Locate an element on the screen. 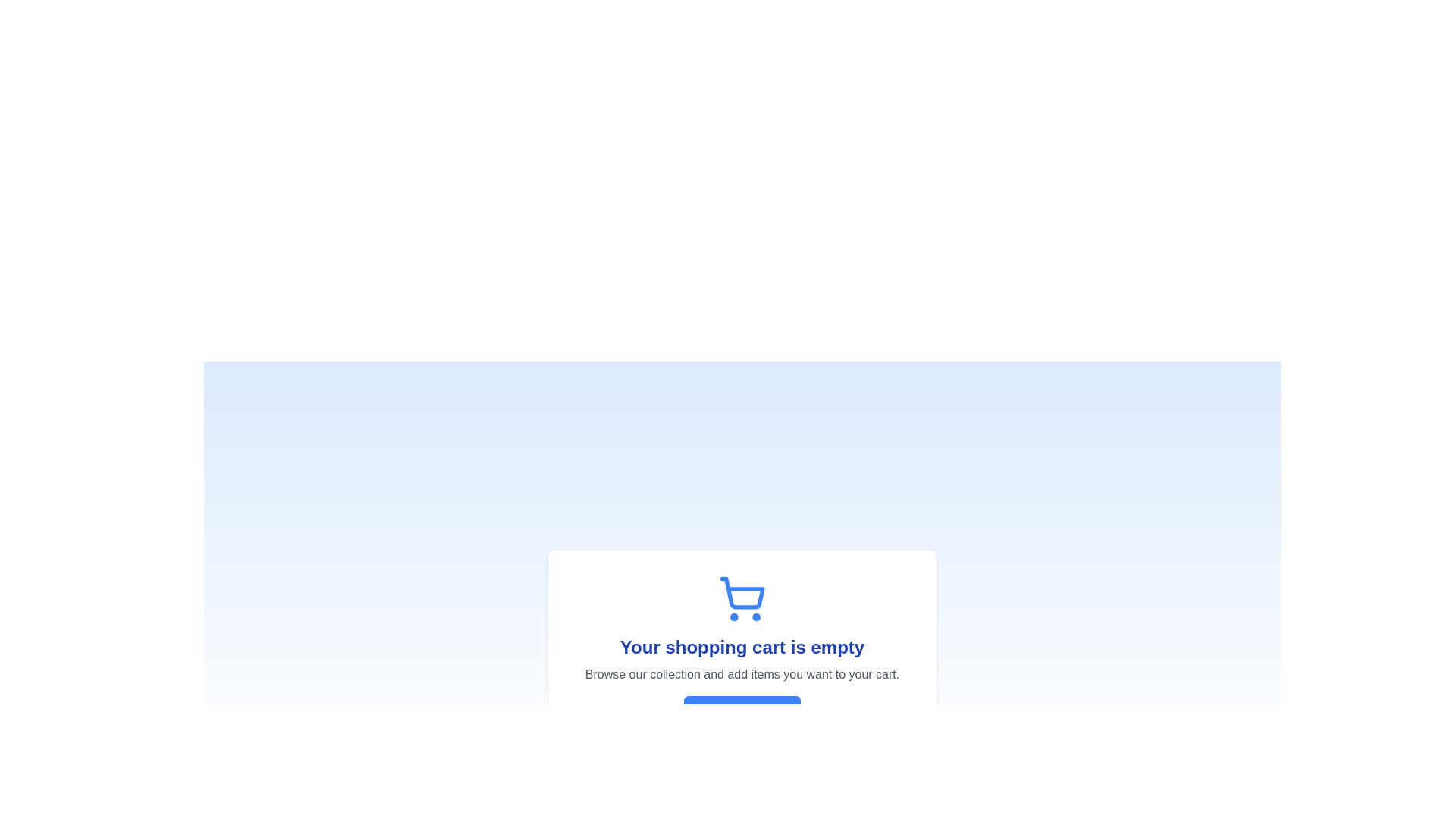  the button located below the 'Your shopping cart is empty' section is located at coordinates (742, 711).